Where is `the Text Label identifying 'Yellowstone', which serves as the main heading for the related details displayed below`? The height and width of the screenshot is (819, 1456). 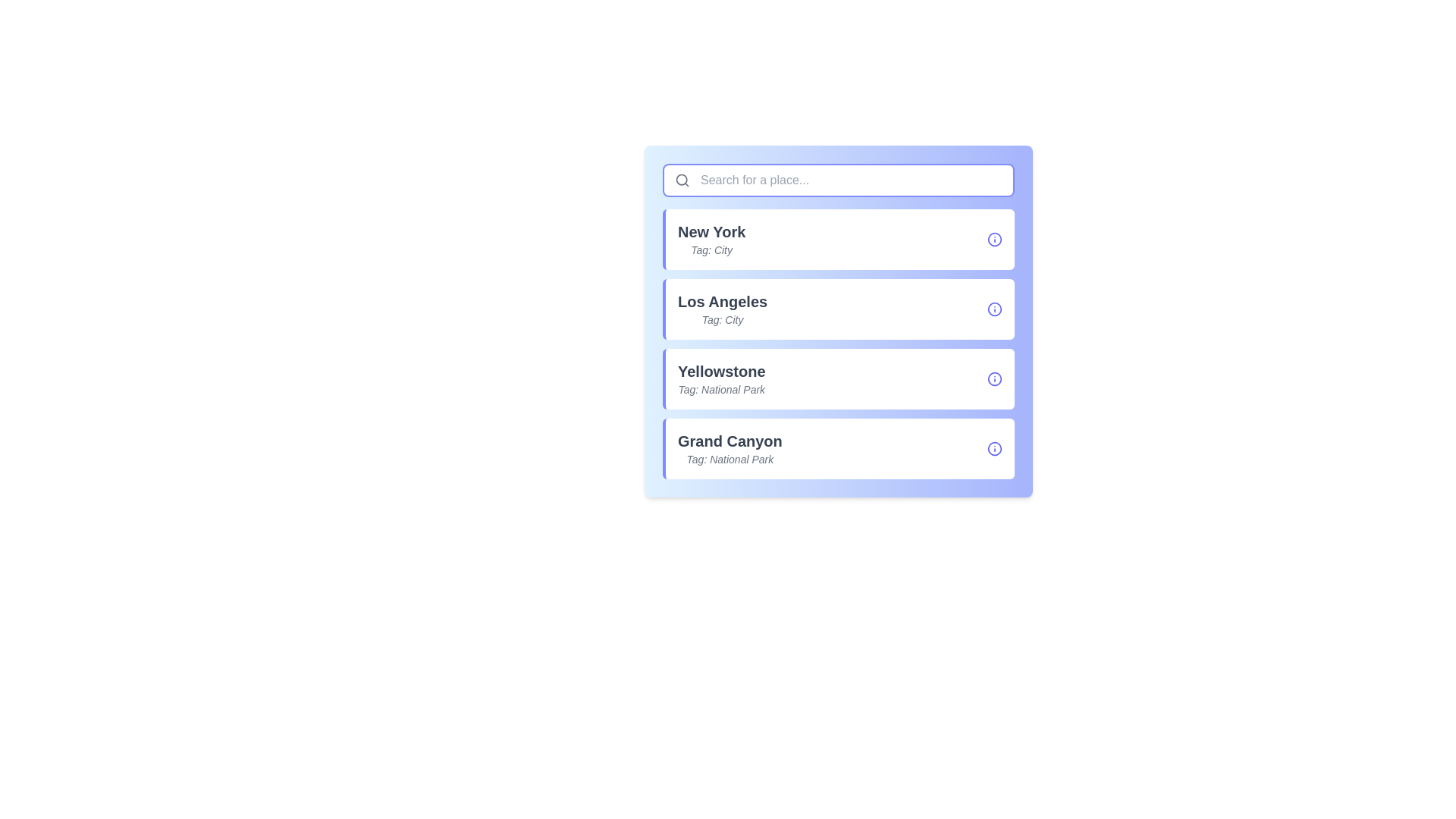 the Text Label identifying 'Yellowstone', which serves as the main heading for the related details displayed below is located at coordinates (720, 371).